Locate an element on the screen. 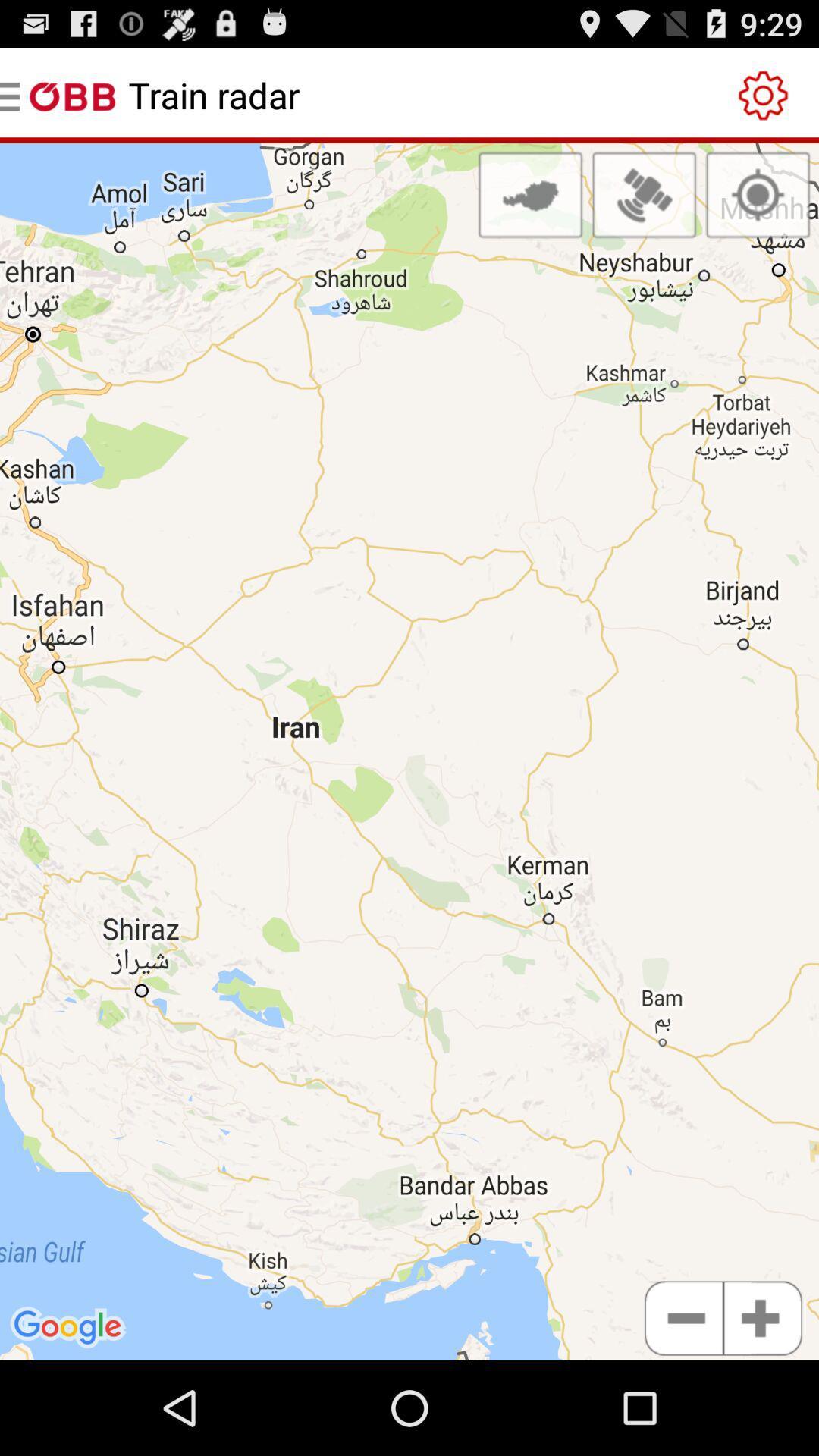  the location_crosshair icon is located at coordinates (758, 208).